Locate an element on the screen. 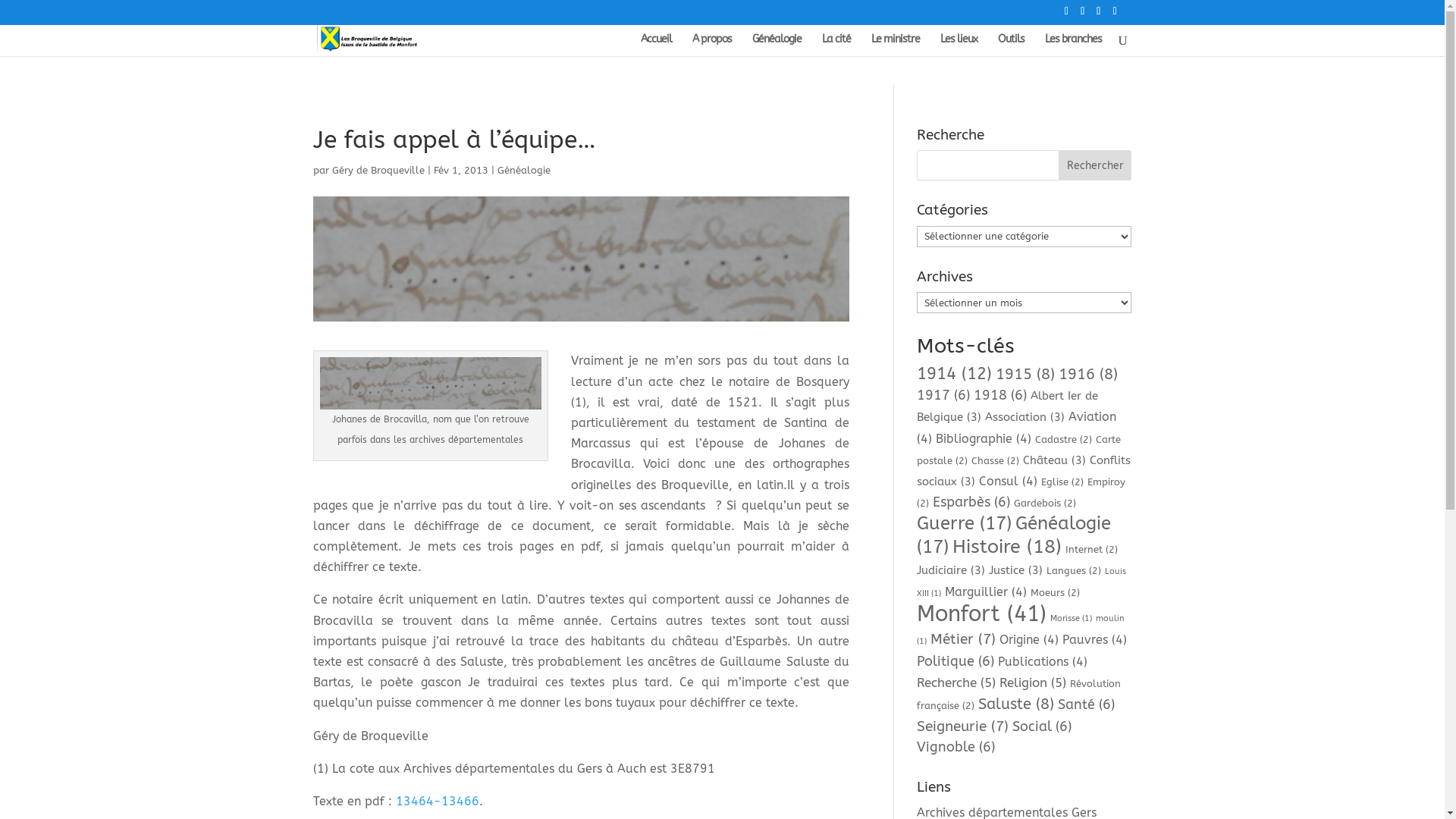 This screenshot has height=819, width=1456. '1914 (12)' is located at coordinates (953, 374).